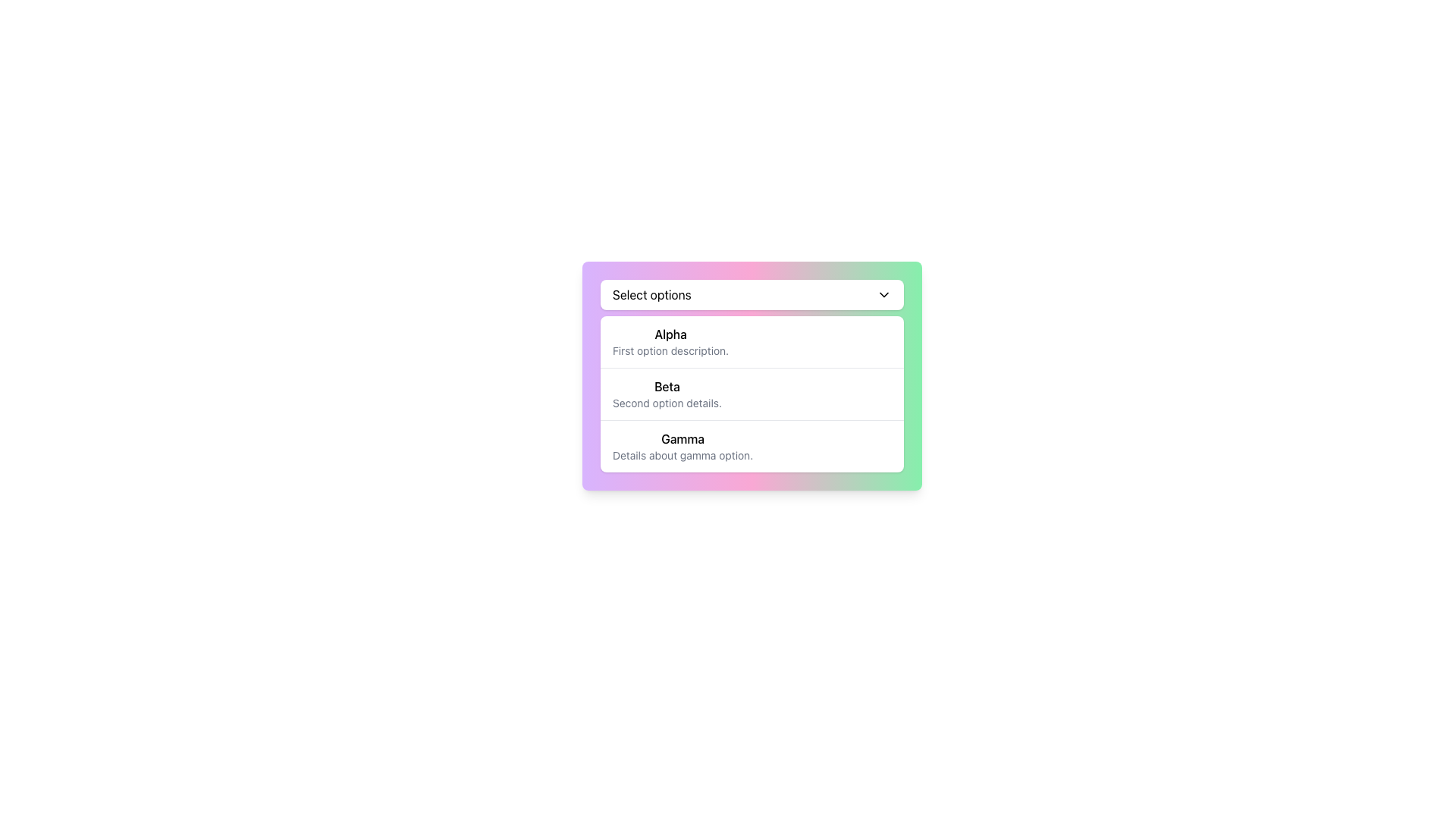 The image size is (1456, 819). I want to click on to select the 'Beta' option from the dropdown list, which is the second entry labeled 'Beta' and provides additional details with 'Second option details.', so click(667, 394).